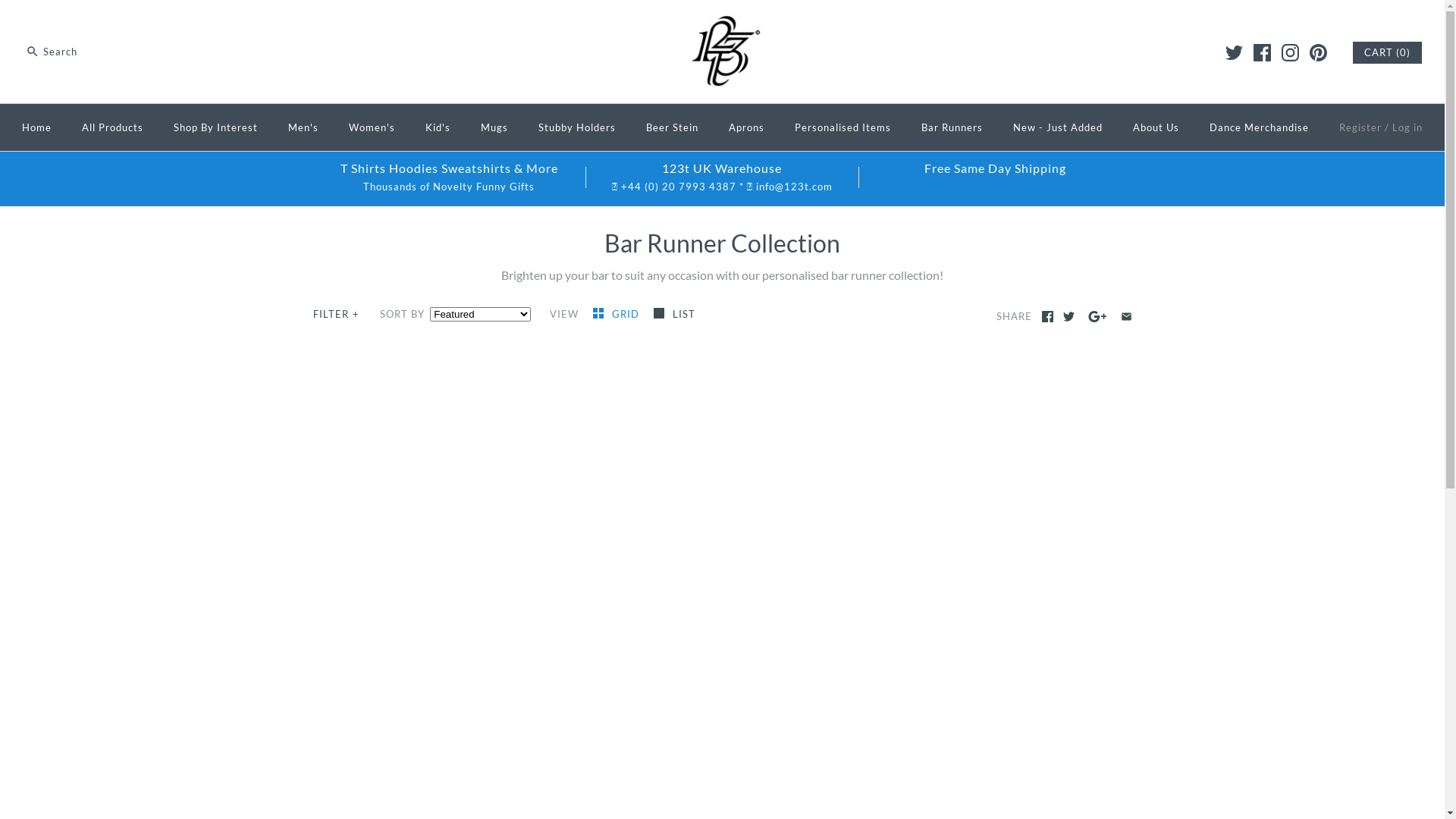 Image resolution: width=1456 pixels, height=819 pixels. What do you see at coordinates (1057, 127) in the screenshot?
I see `'New - Just Added'` at bounding box center [1057, 127].